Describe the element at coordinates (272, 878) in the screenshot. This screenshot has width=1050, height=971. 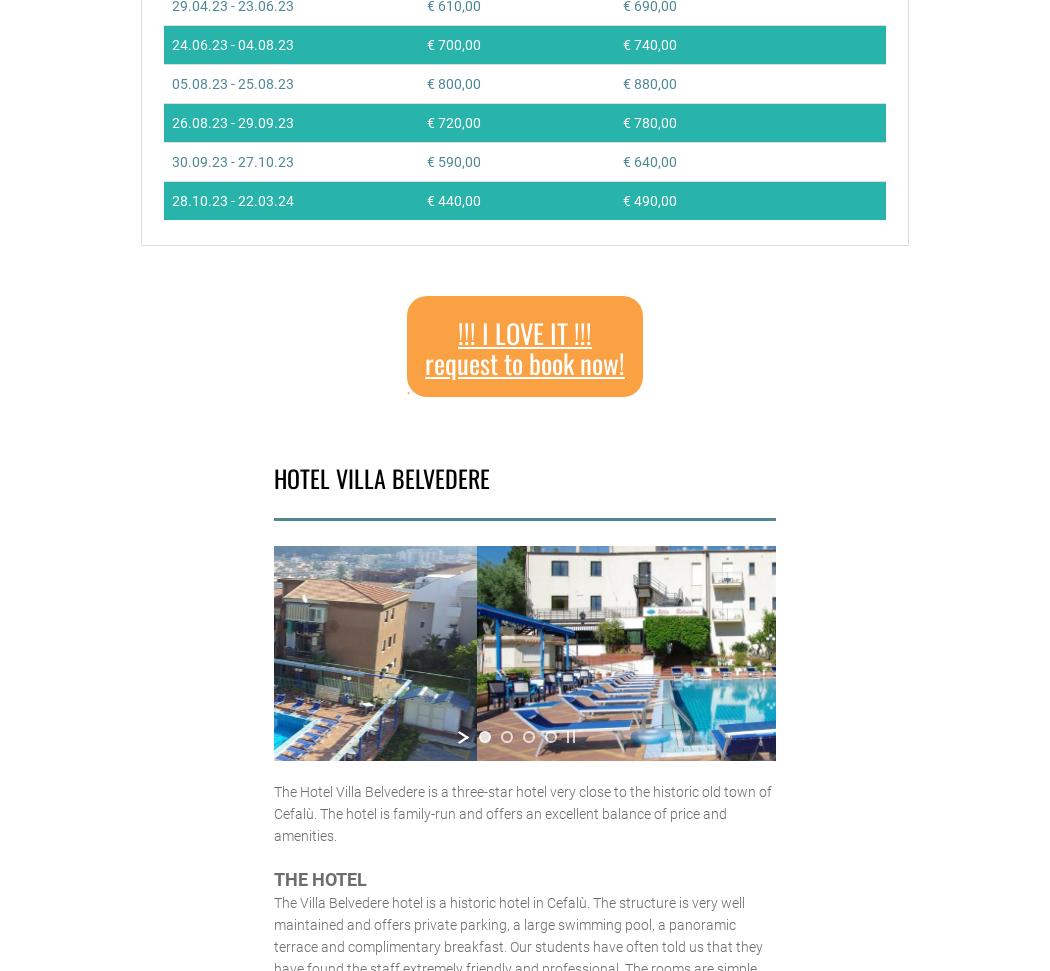
I see `'THE HOTEL'` at that location.